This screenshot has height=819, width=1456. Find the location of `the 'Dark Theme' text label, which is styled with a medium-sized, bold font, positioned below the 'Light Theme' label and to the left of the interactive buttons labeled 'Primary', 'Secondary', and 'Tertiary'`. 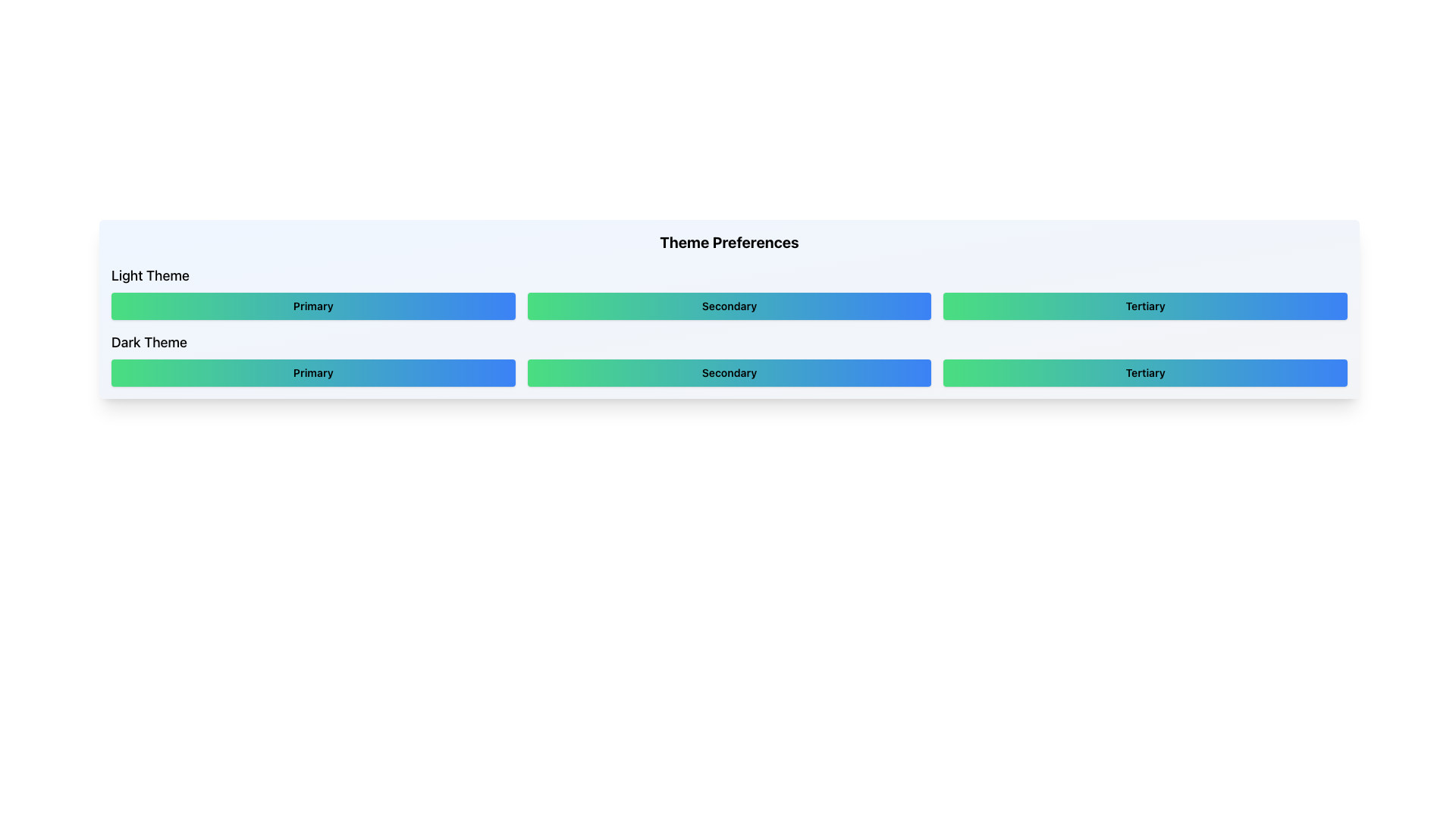

the 'Dark Theme' text label, which is styled with a medium-sized, bold font, positioned below the 'Light Theme' label and to the left of the interactive buttons labeled 'Primary', 'Secondary', and 'Tertiary' is located at coordinates (149, 342).